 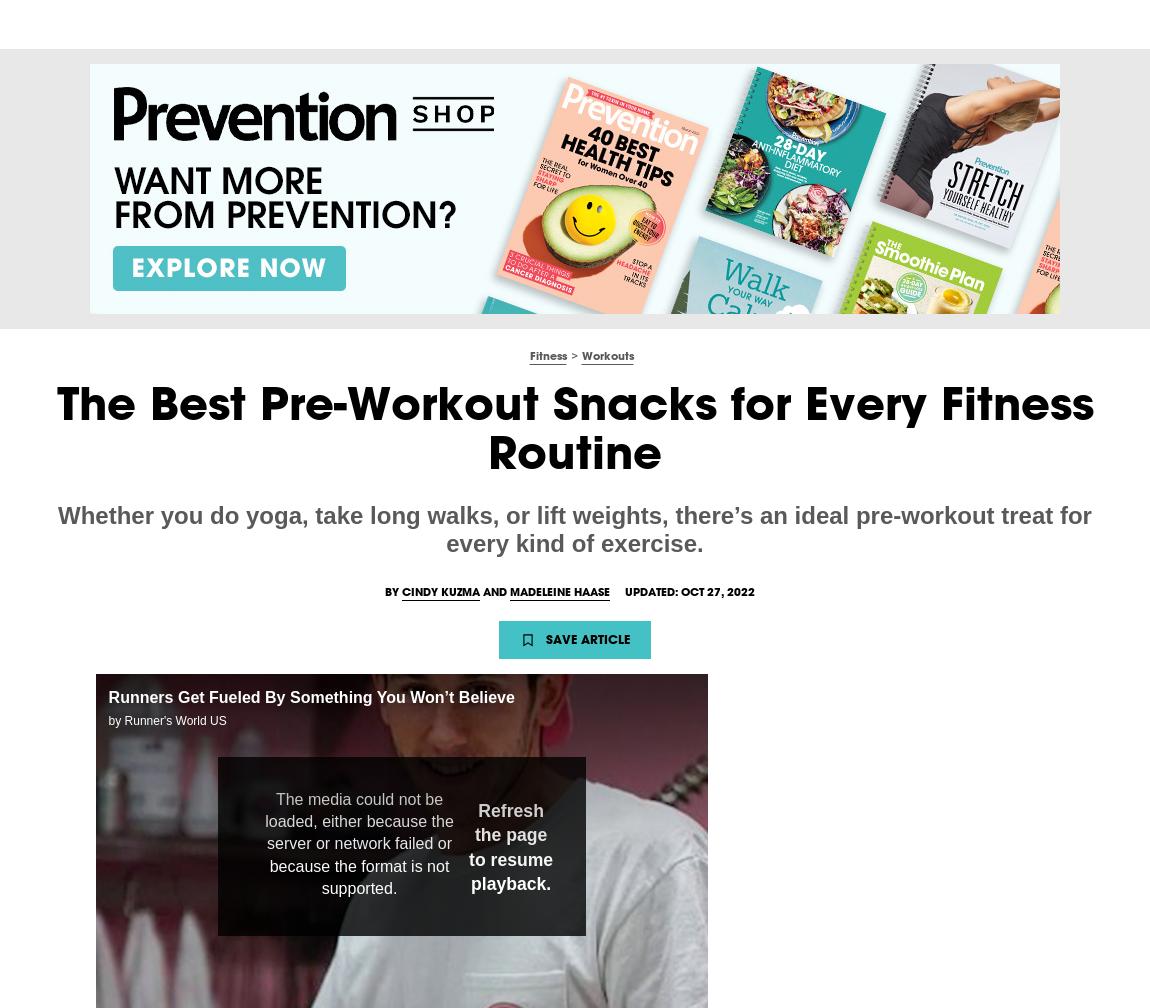 I want to click on '15 Easy Exercises to Burn Belly Fat', so click(x=217, y=938).